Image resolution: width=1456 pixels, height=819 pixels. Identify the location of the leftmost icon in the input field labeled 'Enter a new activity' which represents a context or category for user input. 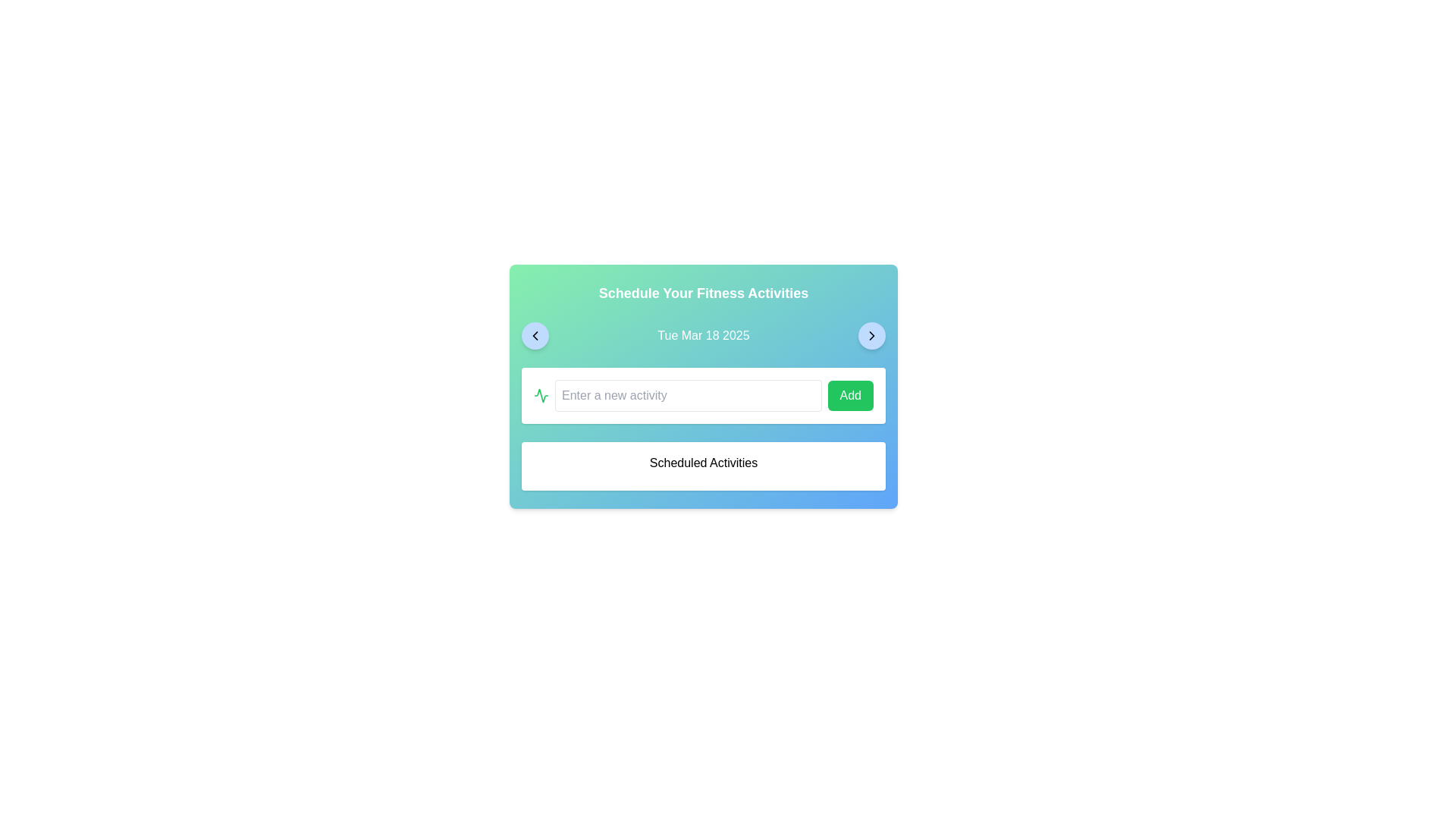
(541, 394).